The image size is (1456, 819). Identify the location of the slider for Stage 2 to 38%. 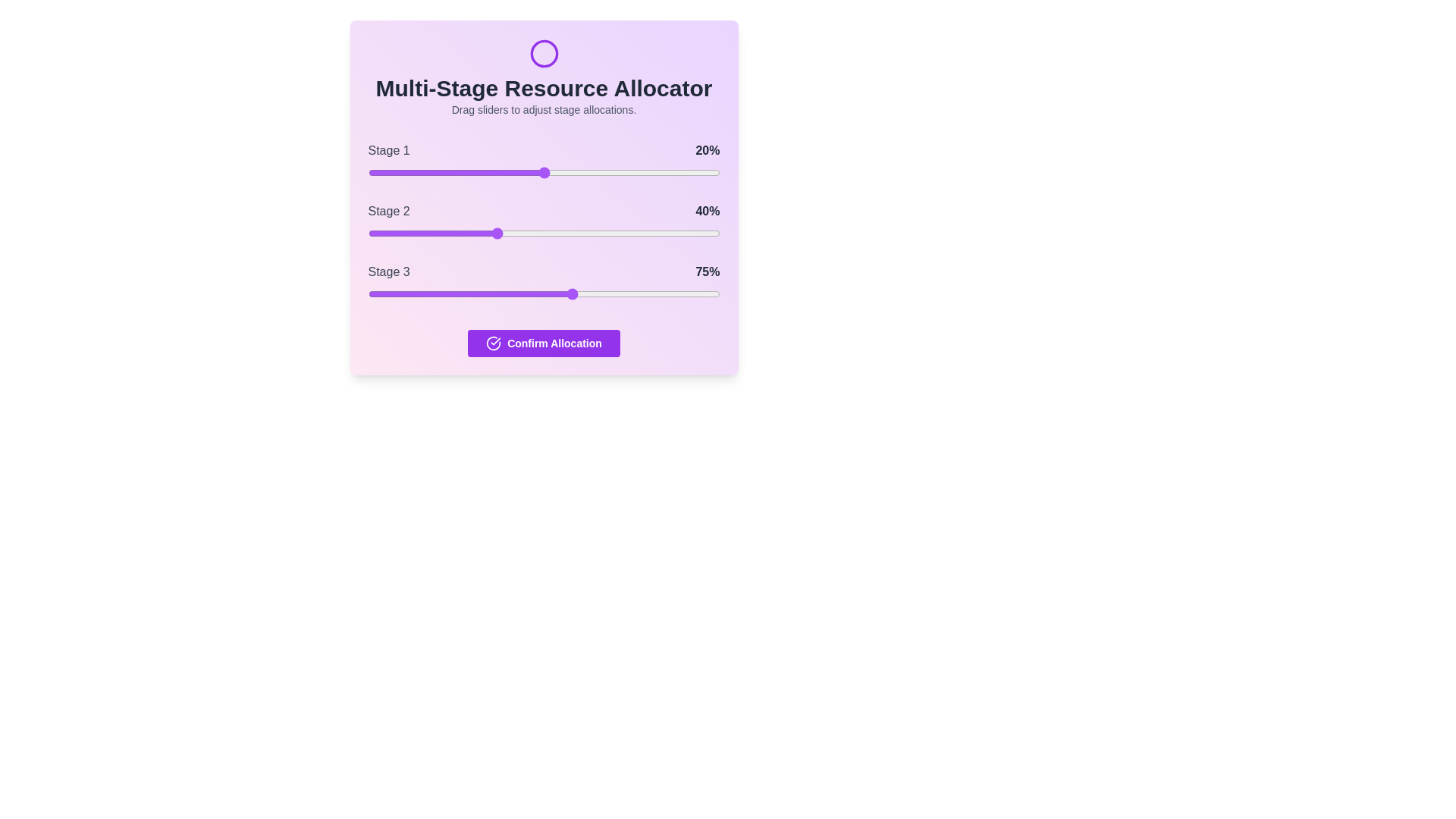
(501, 234).